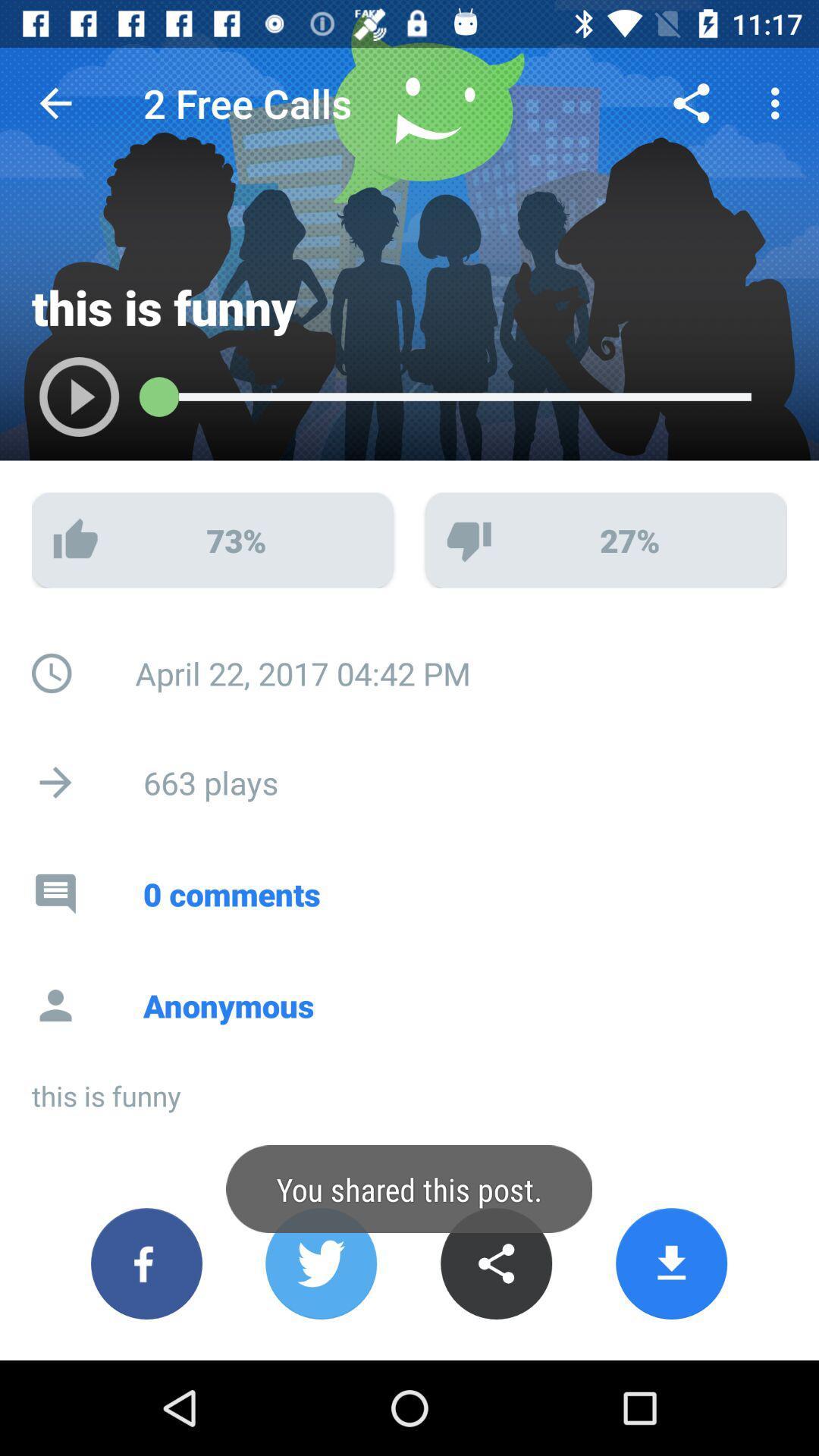  What do you see at coordinates (320, 1263) in the screenshot?
I see `twitter page` at bounding box center [320, 1263].